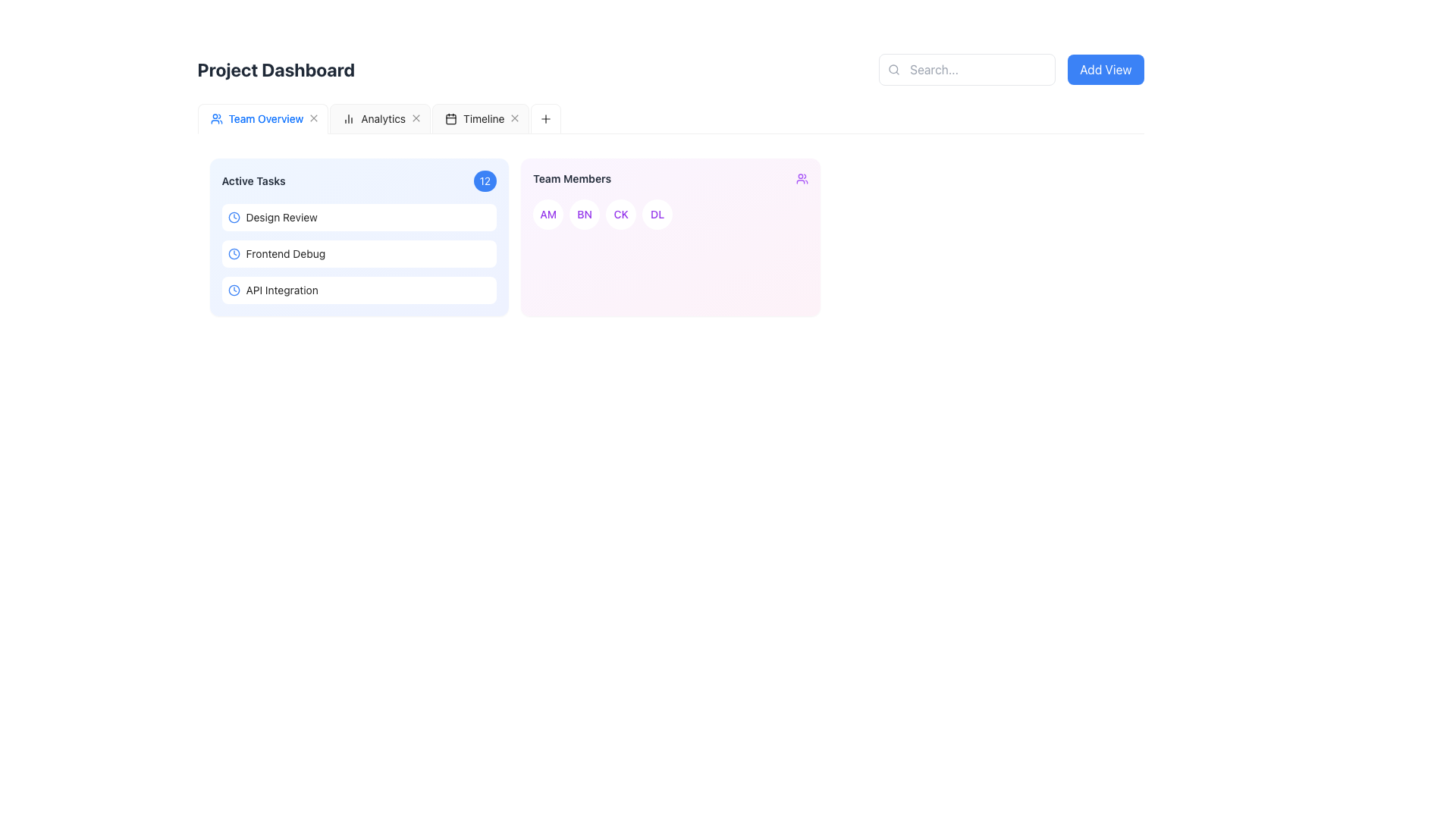 This screenshot has height=819, width=1456. Describe the element at coordinates (546, 118) in the screenshot. I see `the graphical icon or line located at the center-top of the tabbed navigation area, positioned near the '+' sign` at that location.